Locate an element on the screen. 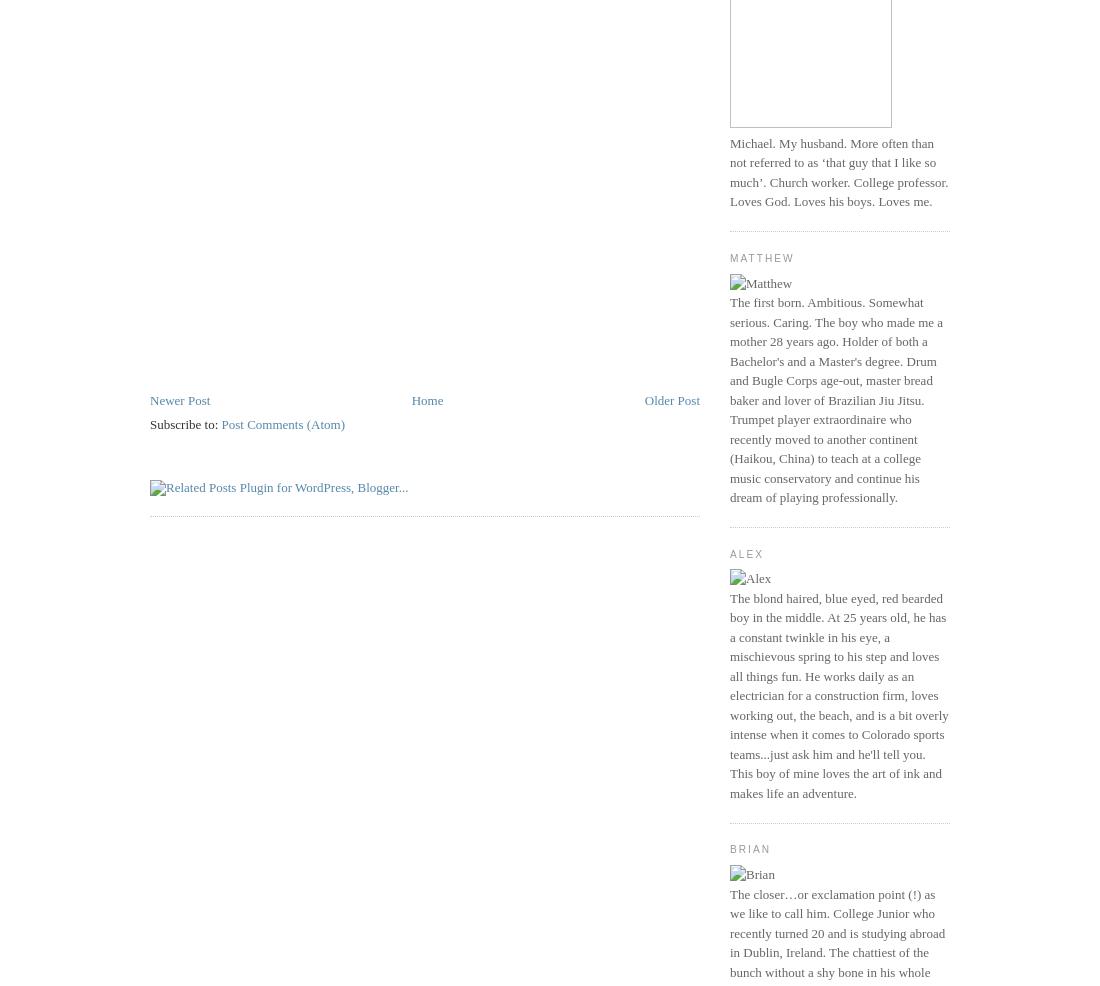  'Michael.  My husband.  More often than not referred to as ‘that guy that I like so much’.  Church worker.  College professor.  Loves God.  Loves his boys.  Loves me.' is located at coordinates (837, 170).